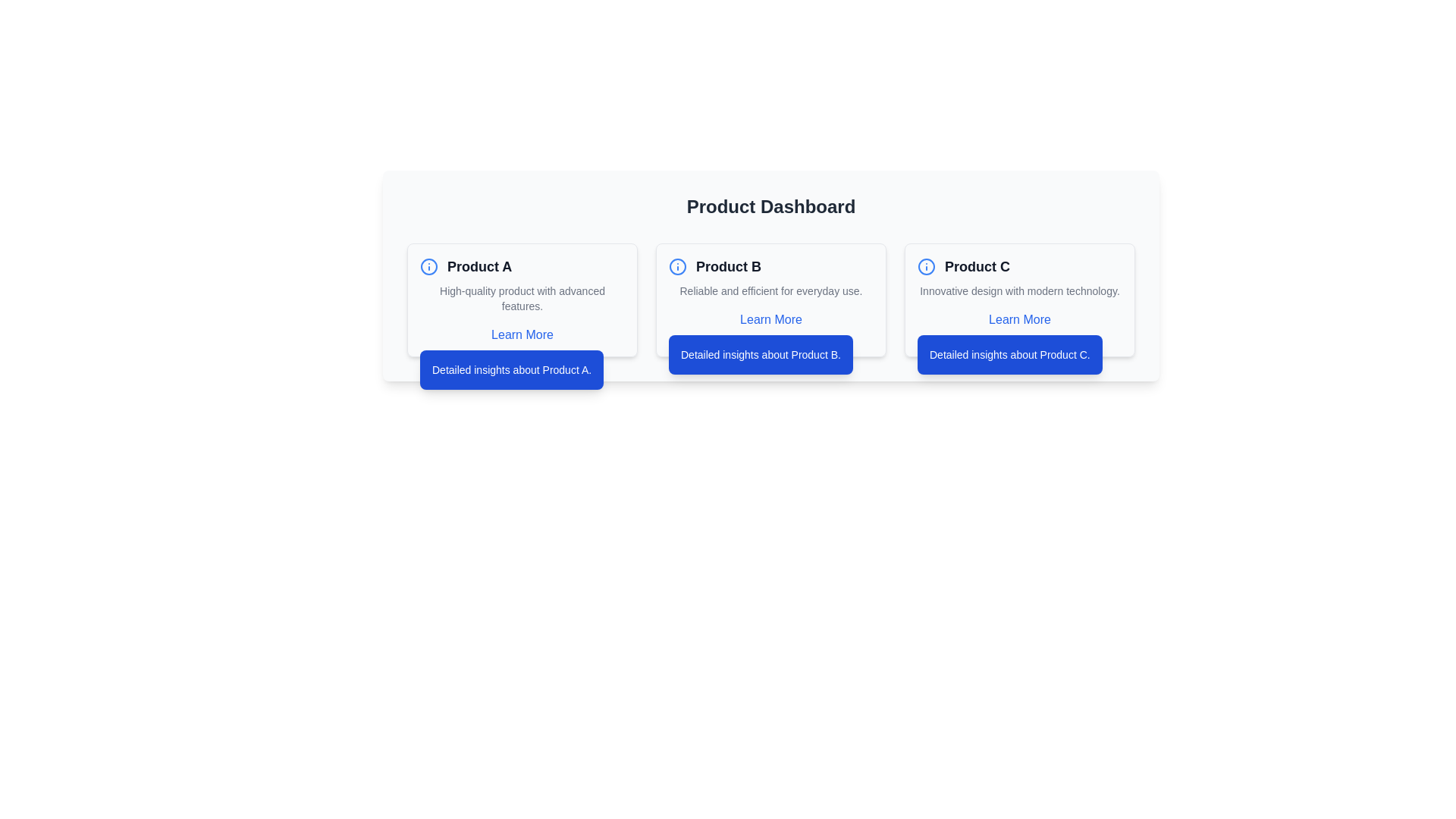 Image resolution: width=1456 pixels, height=819 pixels. I want to click on the 'Learn More' link on the Information card for 'Product B', which is the second card in a set of three cards arranged horizontally, so click(771, 300).